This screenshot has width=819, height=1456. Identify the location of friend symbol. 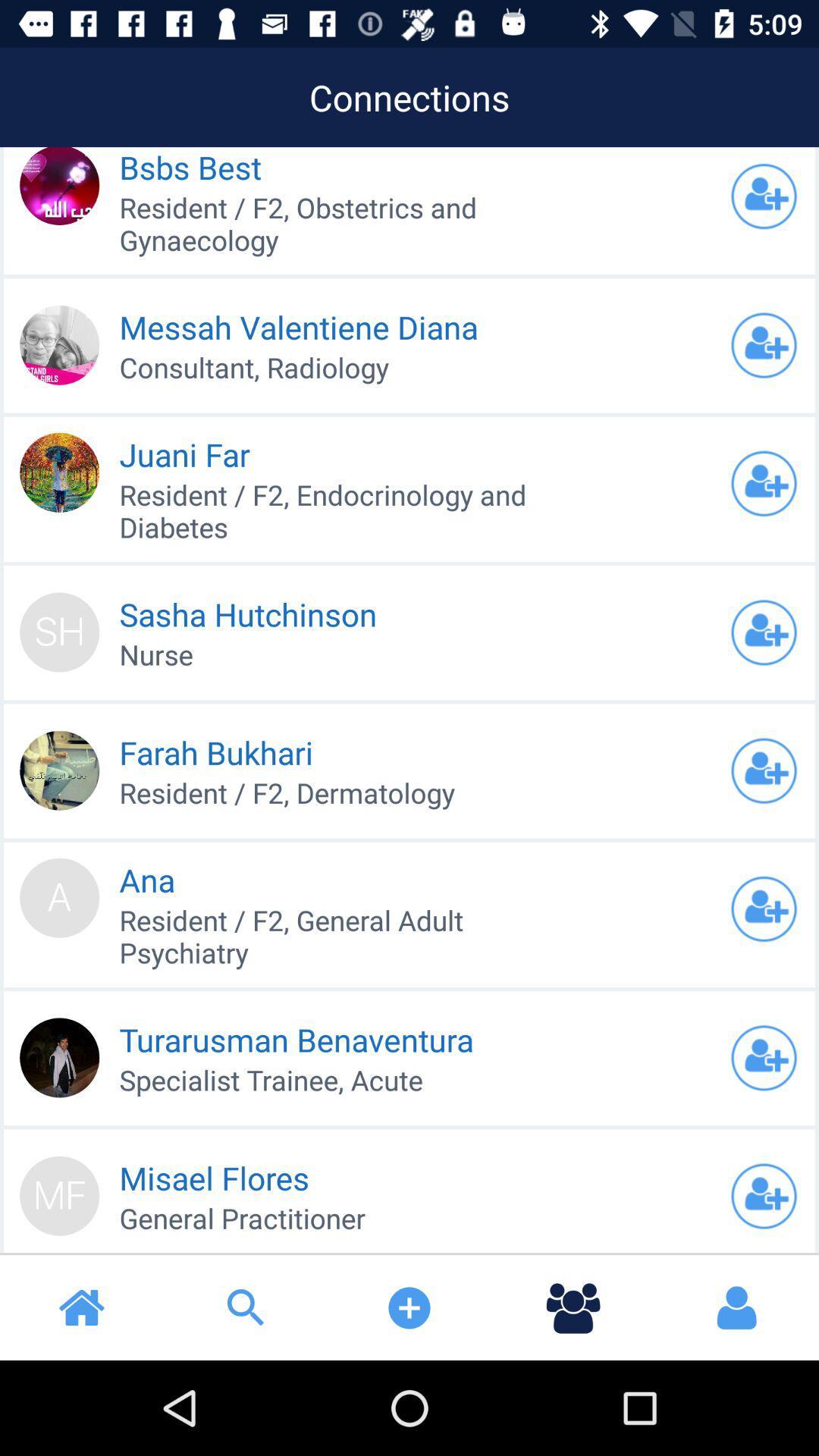
(764, 344).